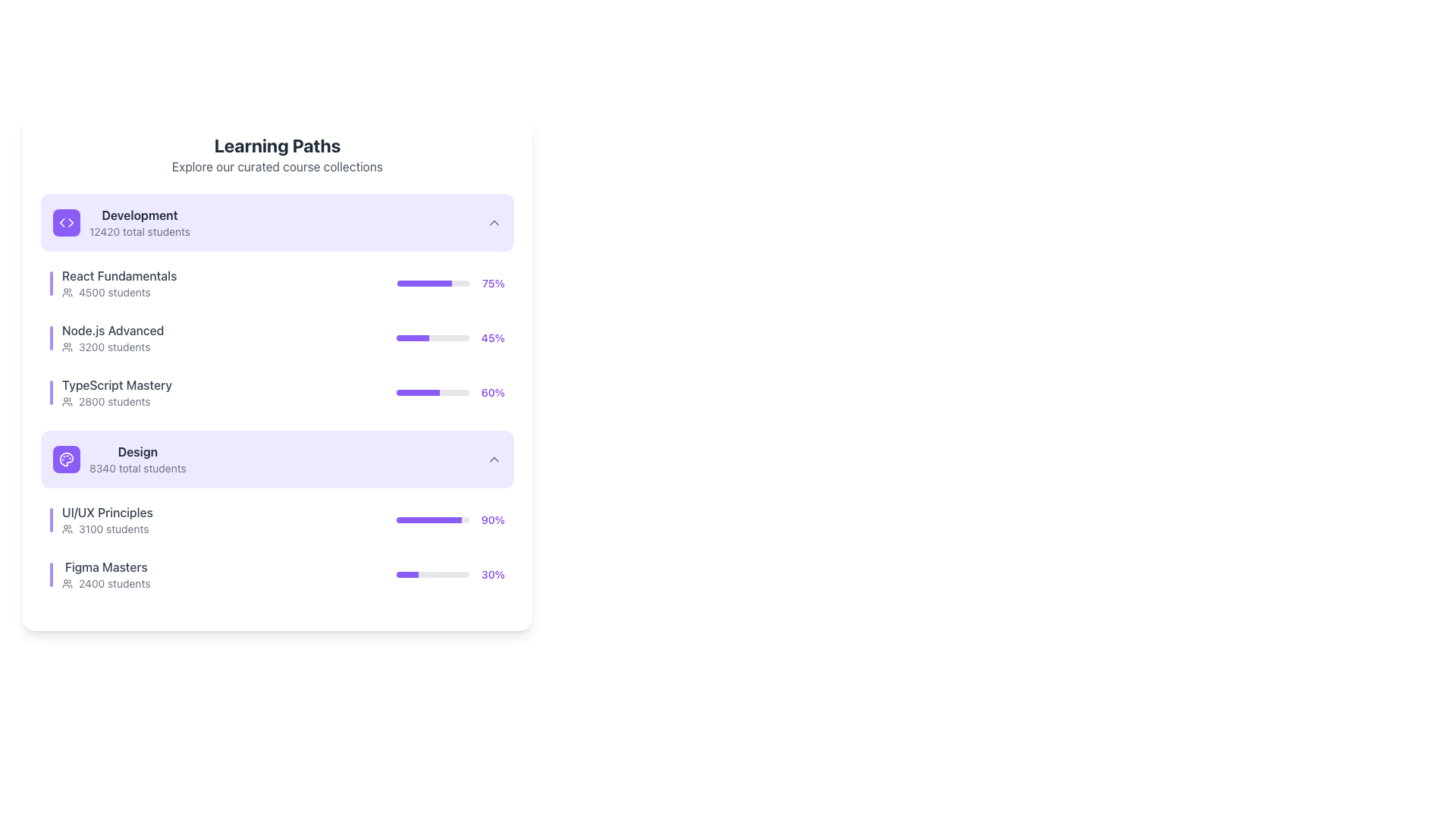 Image resolution: width=1456 pixels, height=819 pixels. Describe the element at coordinates (277, 391) in the screenshot. I see `the 'TypeScript Mastery' list item in the 'Development' section` at that location.